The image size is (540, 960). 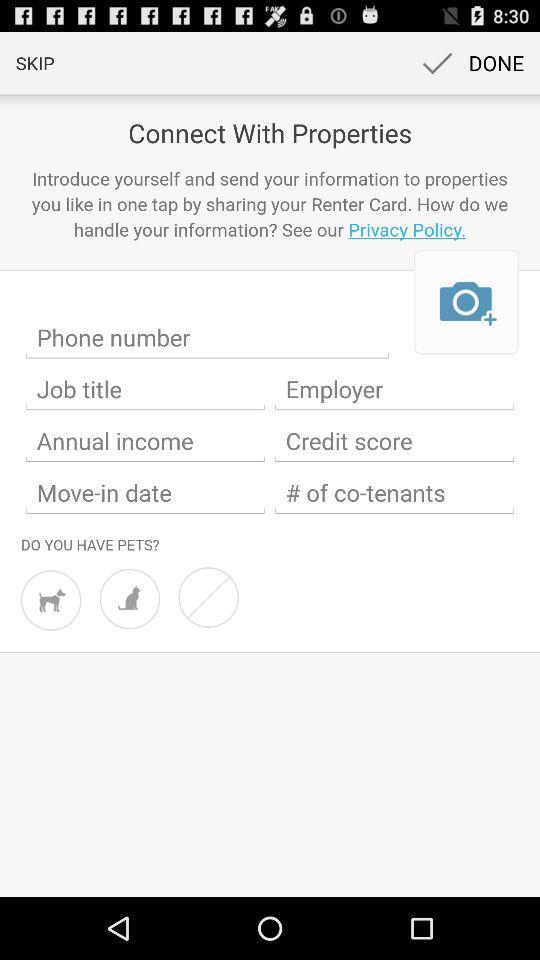 I want to click on check here if you have any cats, so click(x=129, y=599).